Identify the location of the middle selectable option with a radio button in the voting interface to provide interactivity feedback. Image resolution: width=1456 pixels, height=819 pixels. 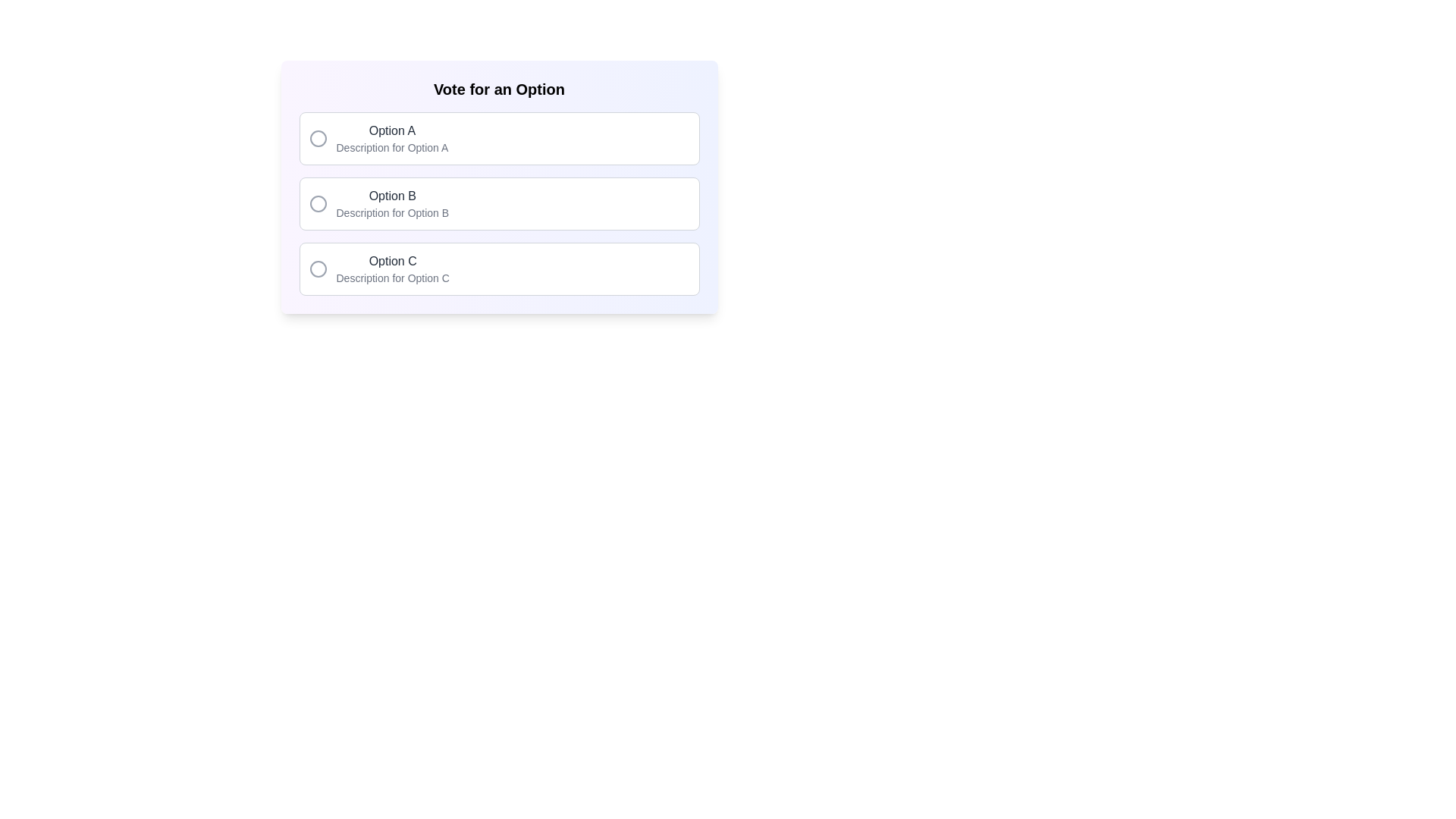
(499, 203).